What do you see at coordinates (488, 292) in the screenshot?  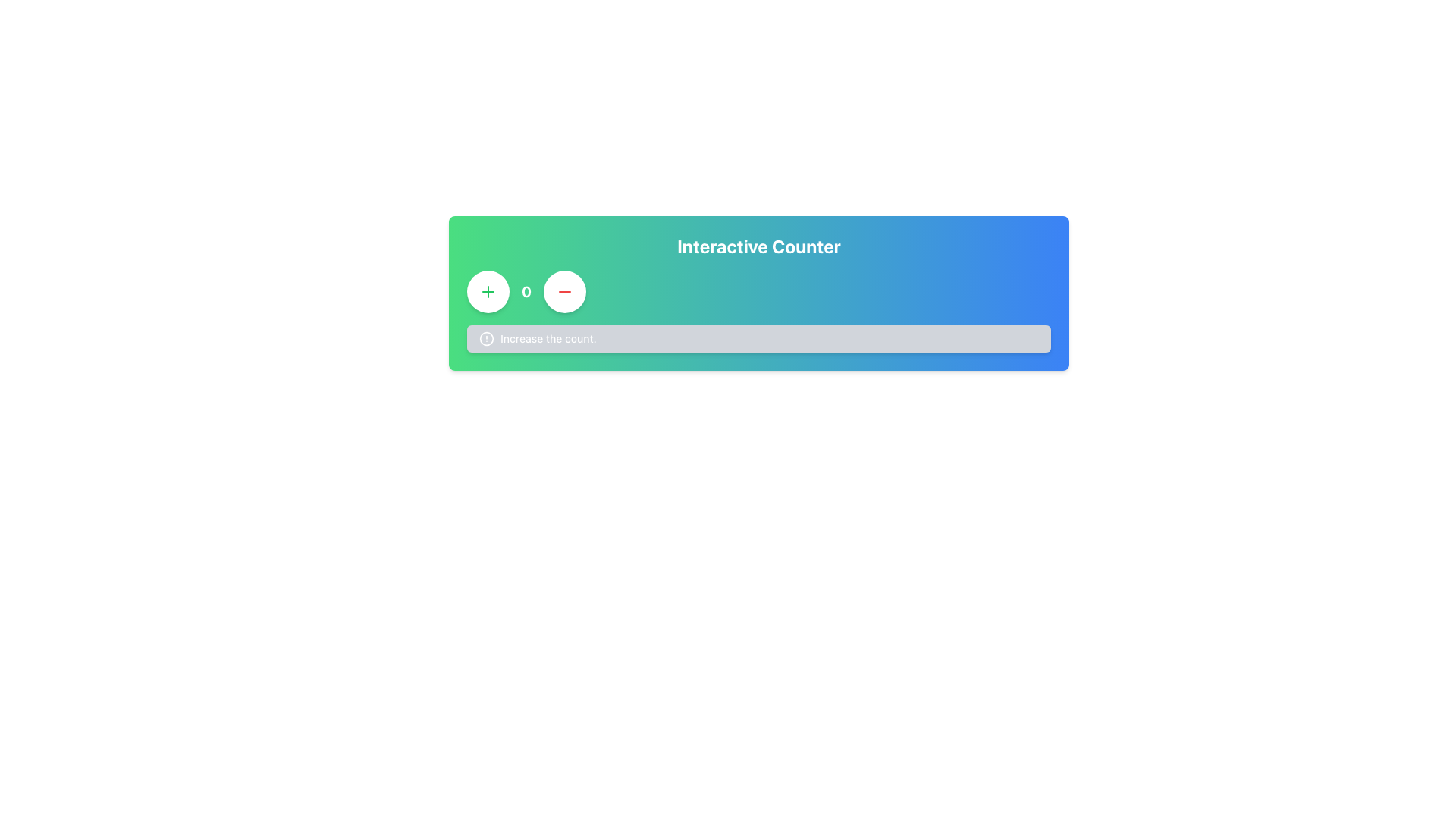 I see `the button that increases the counter value displayed next to it, which is located to the left of the numerical display '0'` at bounding box center [488, 292].